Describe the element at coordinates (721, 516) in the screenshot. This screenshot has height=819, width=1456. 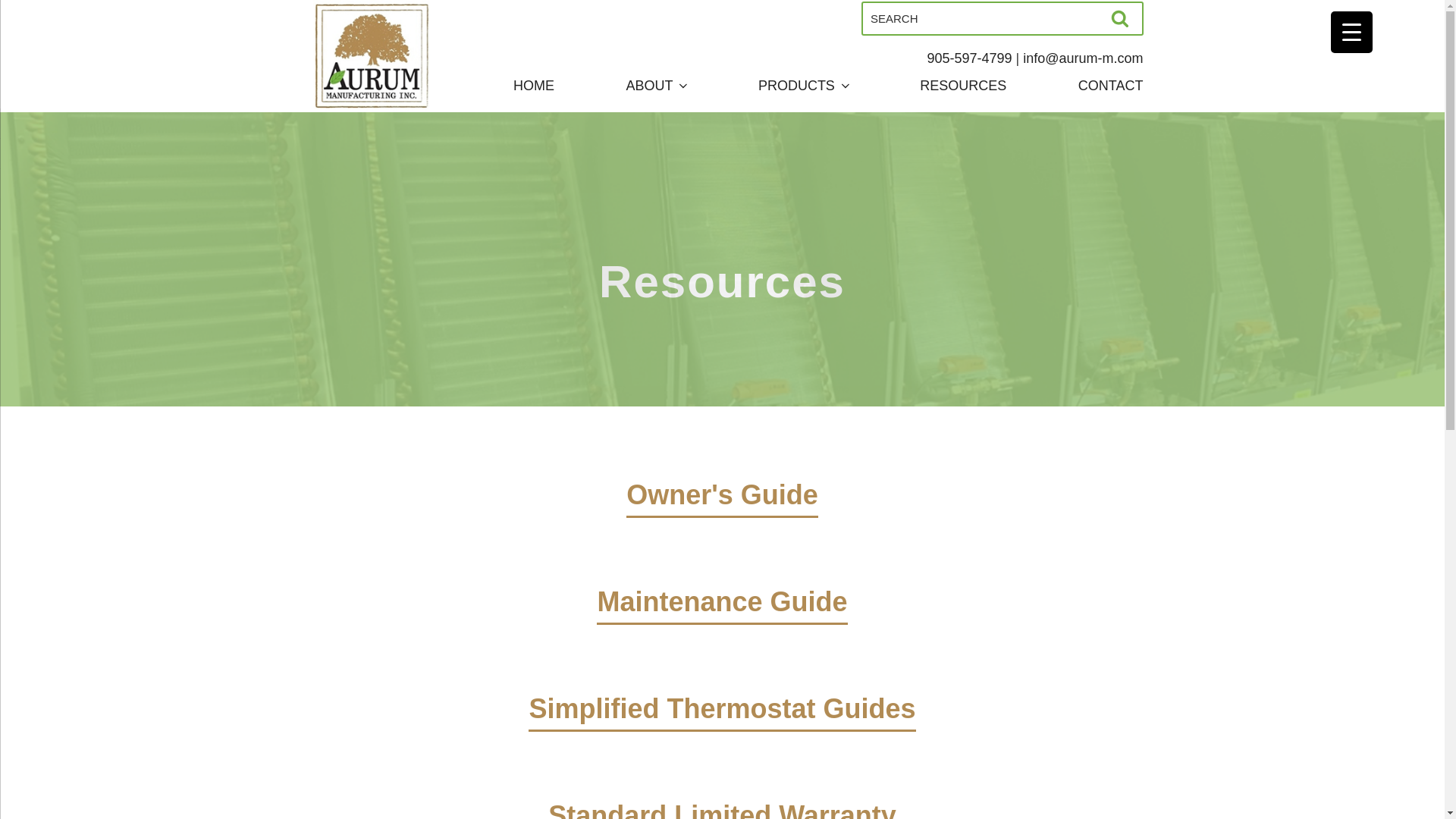
I see `'Owner's Guide'` at that location.